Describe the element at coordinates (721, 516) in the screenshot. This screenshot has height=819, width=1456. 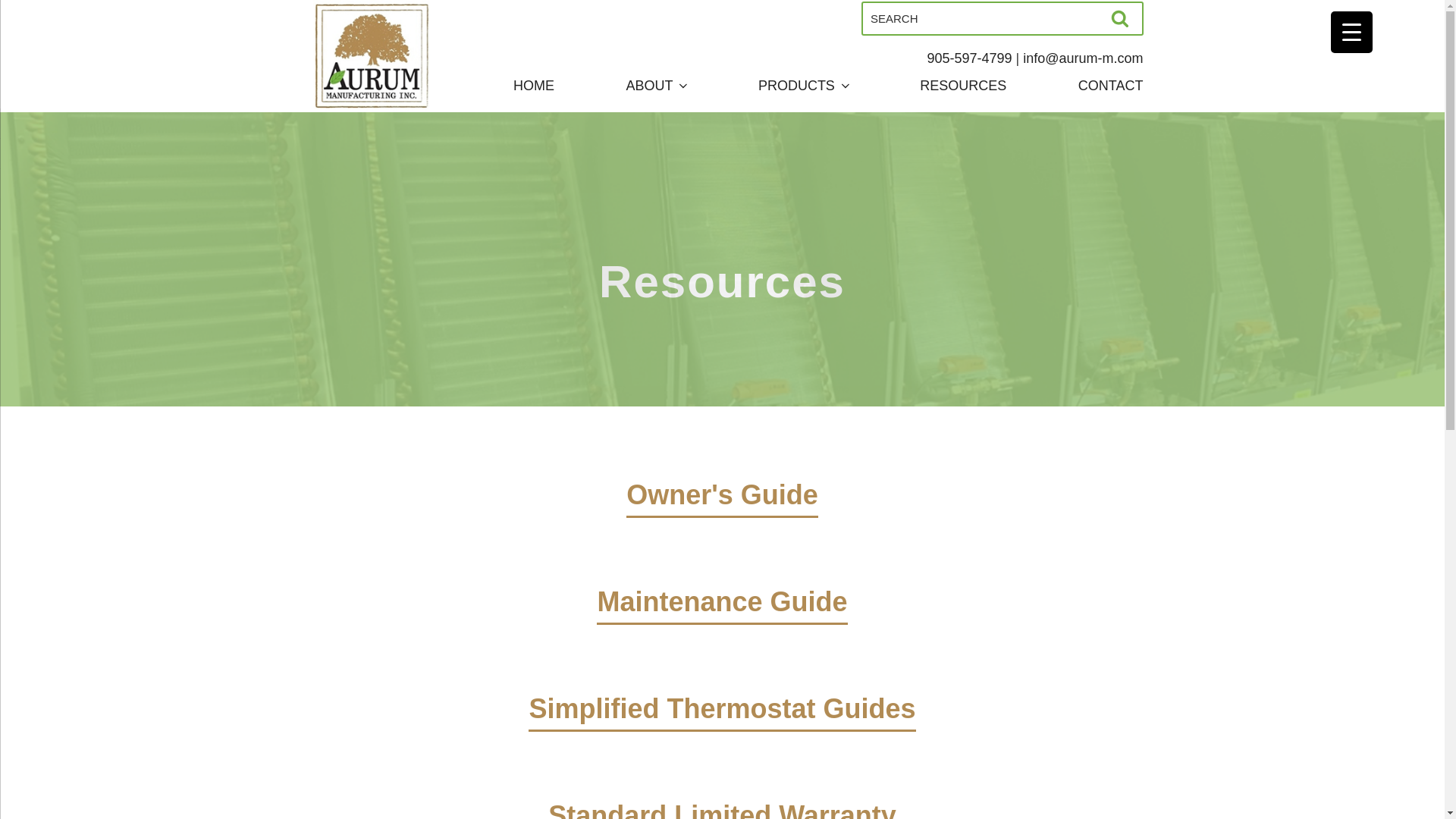
I see `'Owner's Guide'` at that location.